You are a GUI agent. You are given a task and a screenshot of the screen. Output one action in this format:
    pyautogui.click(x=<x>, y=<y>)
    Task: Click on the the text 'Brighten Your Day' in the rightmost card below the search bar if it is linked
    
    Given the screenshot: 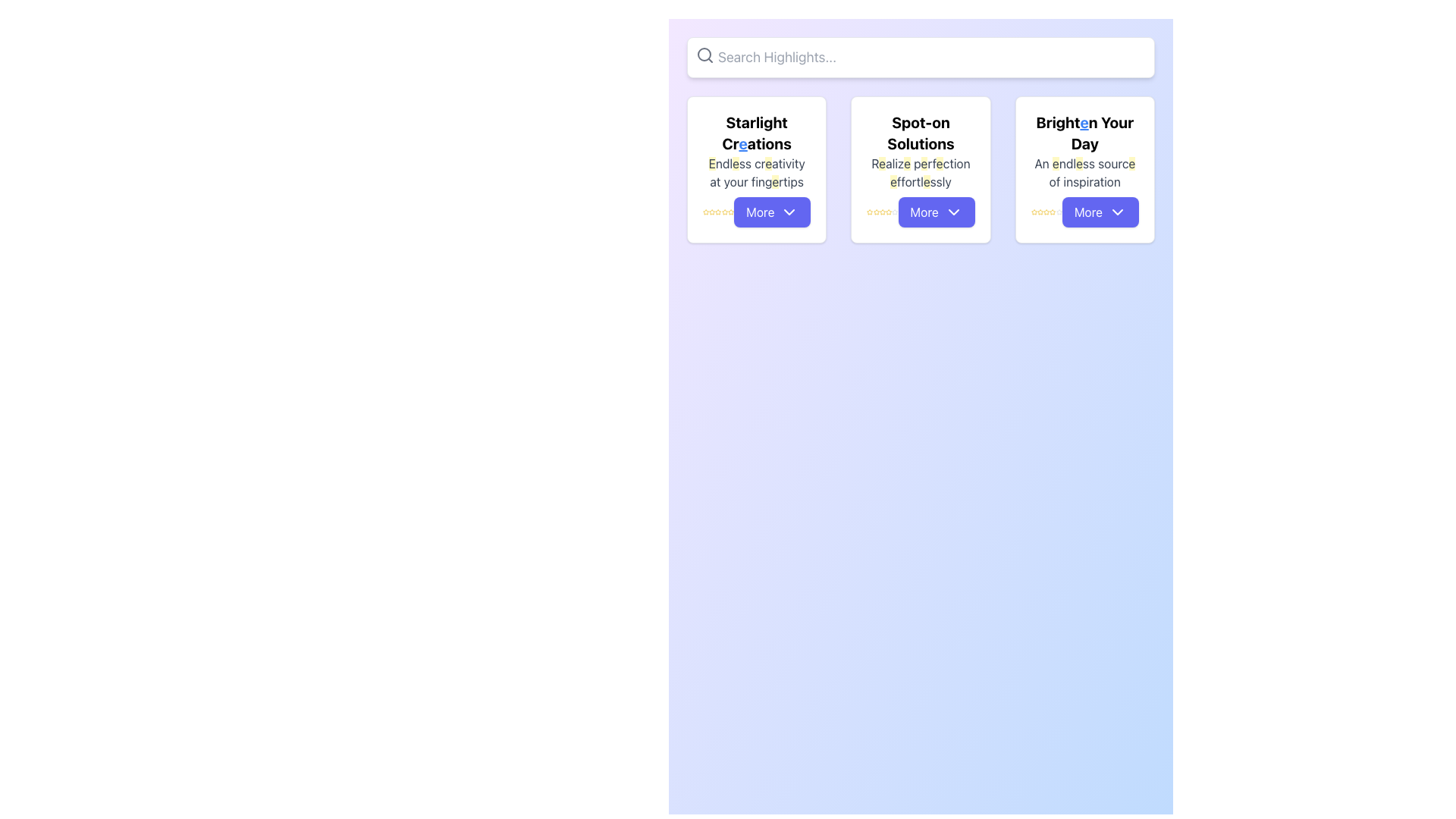 What is the action you would take?
    pyautogui.click(x=1057, y=121)
    